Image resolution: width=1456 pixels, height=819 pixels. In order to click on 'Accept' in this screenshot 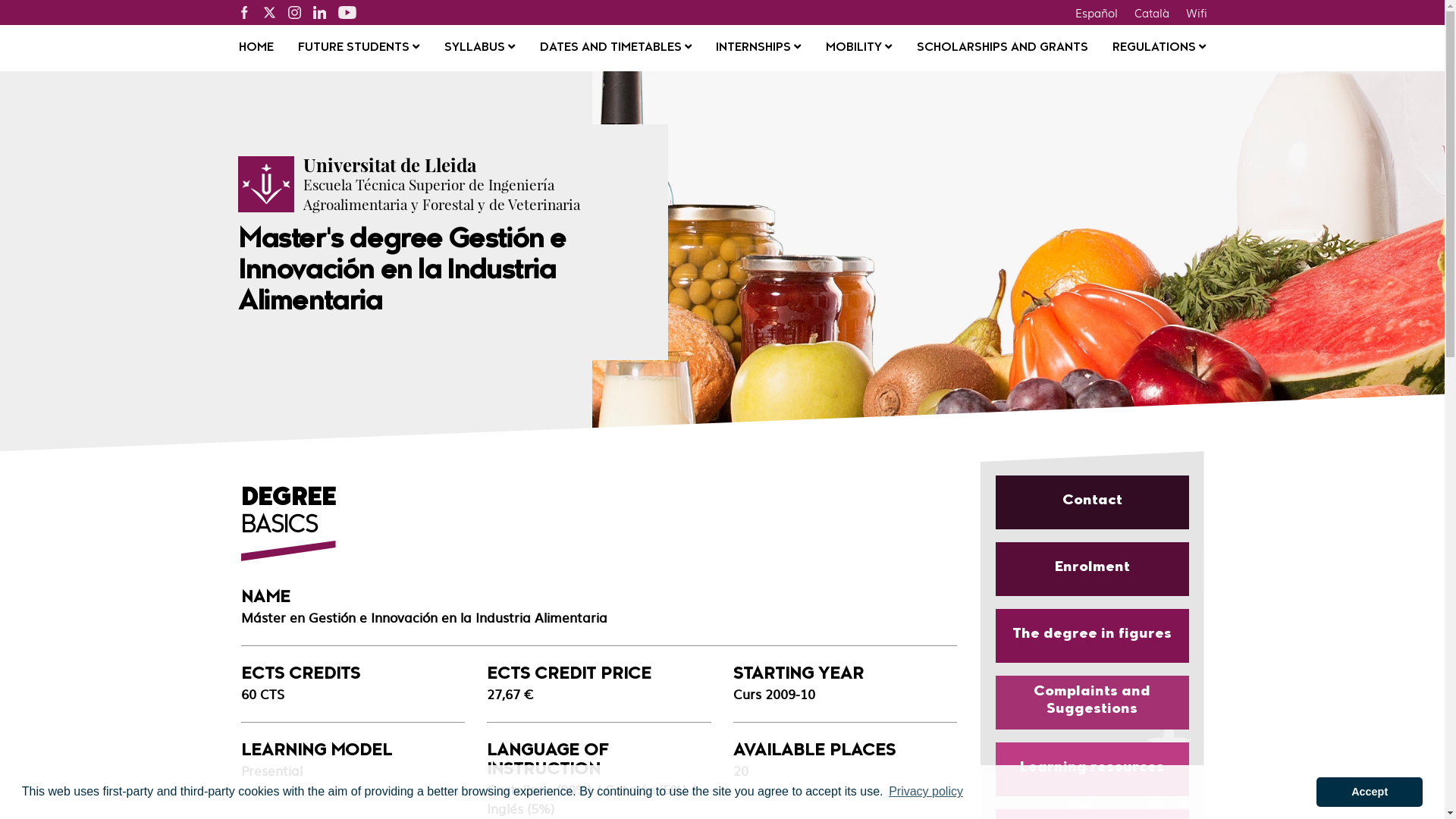, I will do `click(1369, 791)`.